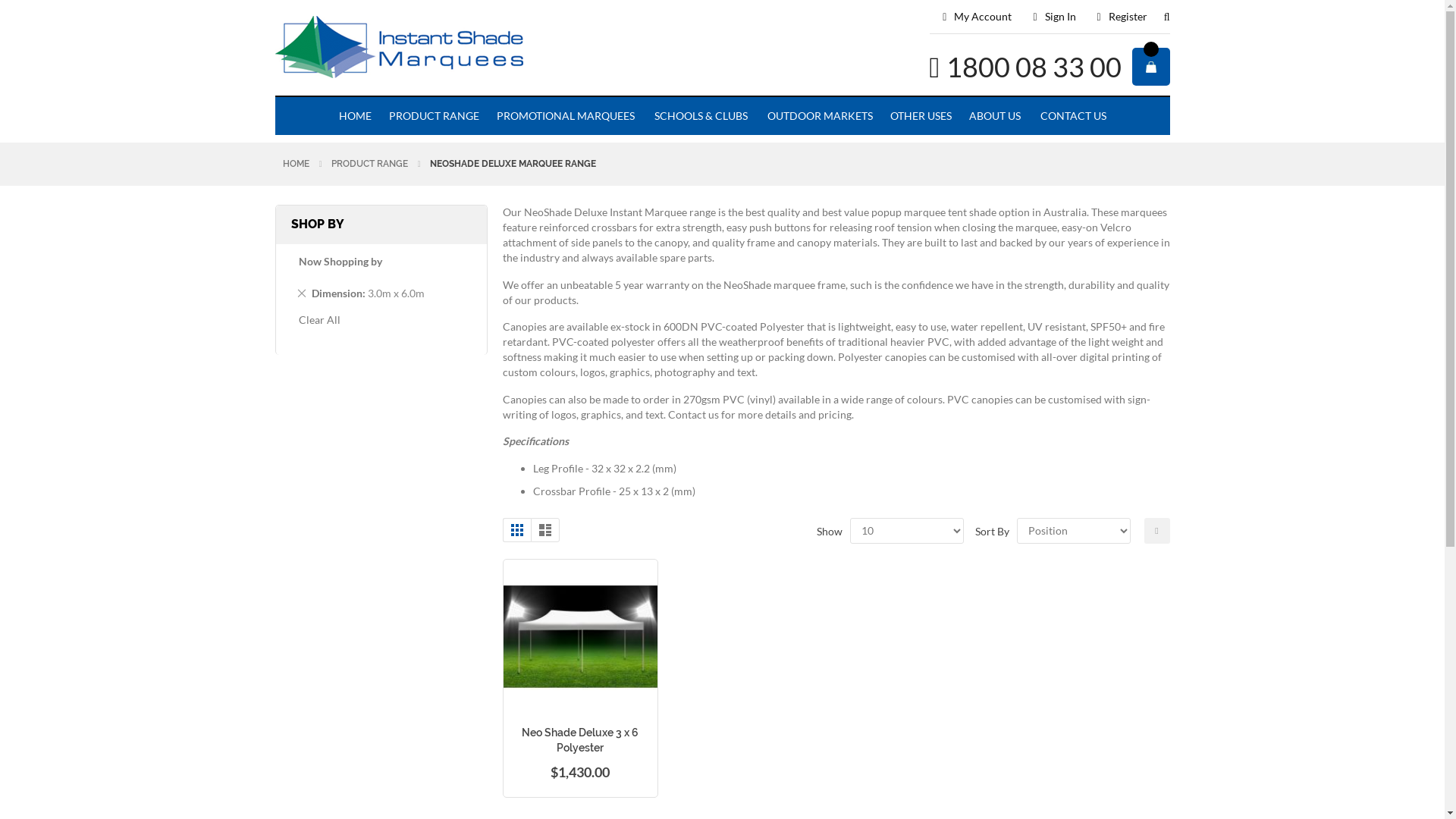 The width and height of the screenshot is (1456, 819). Describe the element at coordinates (1150, 66) in the screenshot. I see `'My Cart'` at that location.